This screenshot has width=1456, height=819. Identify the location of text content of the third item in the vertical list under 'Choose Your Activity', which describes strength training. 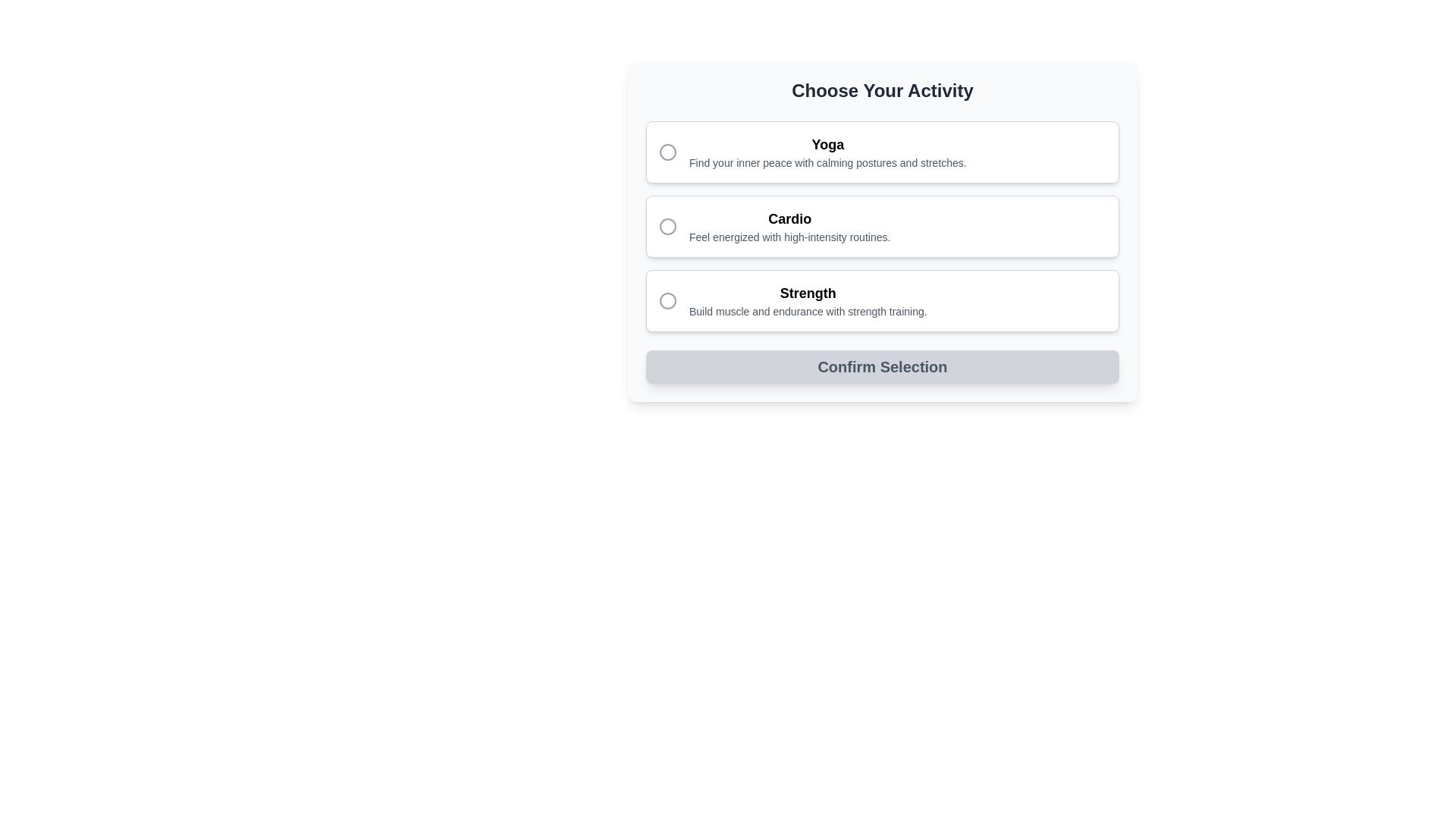
(807, 301).